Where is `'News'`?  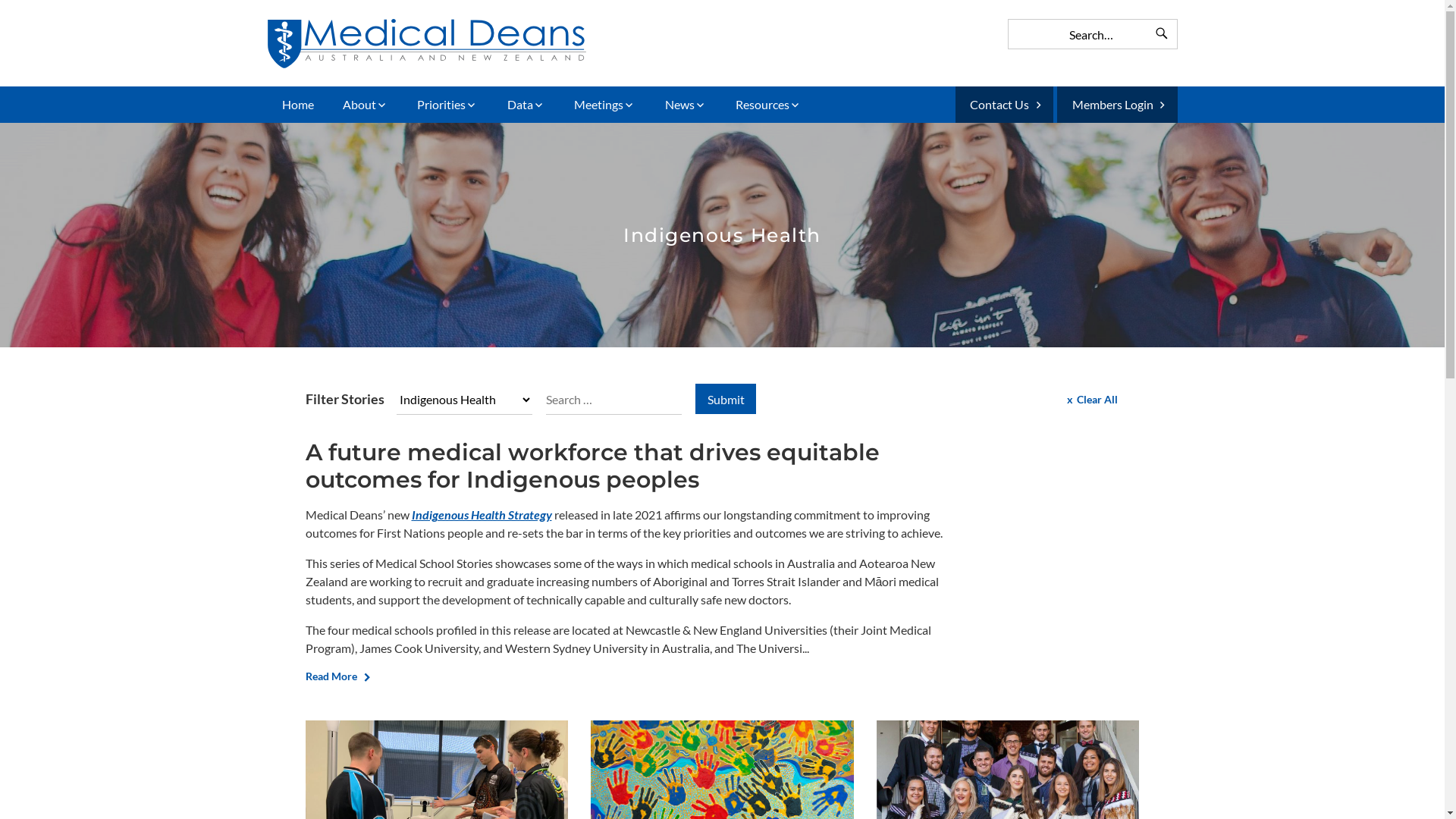
'News' is located at coordinates (684, 104).